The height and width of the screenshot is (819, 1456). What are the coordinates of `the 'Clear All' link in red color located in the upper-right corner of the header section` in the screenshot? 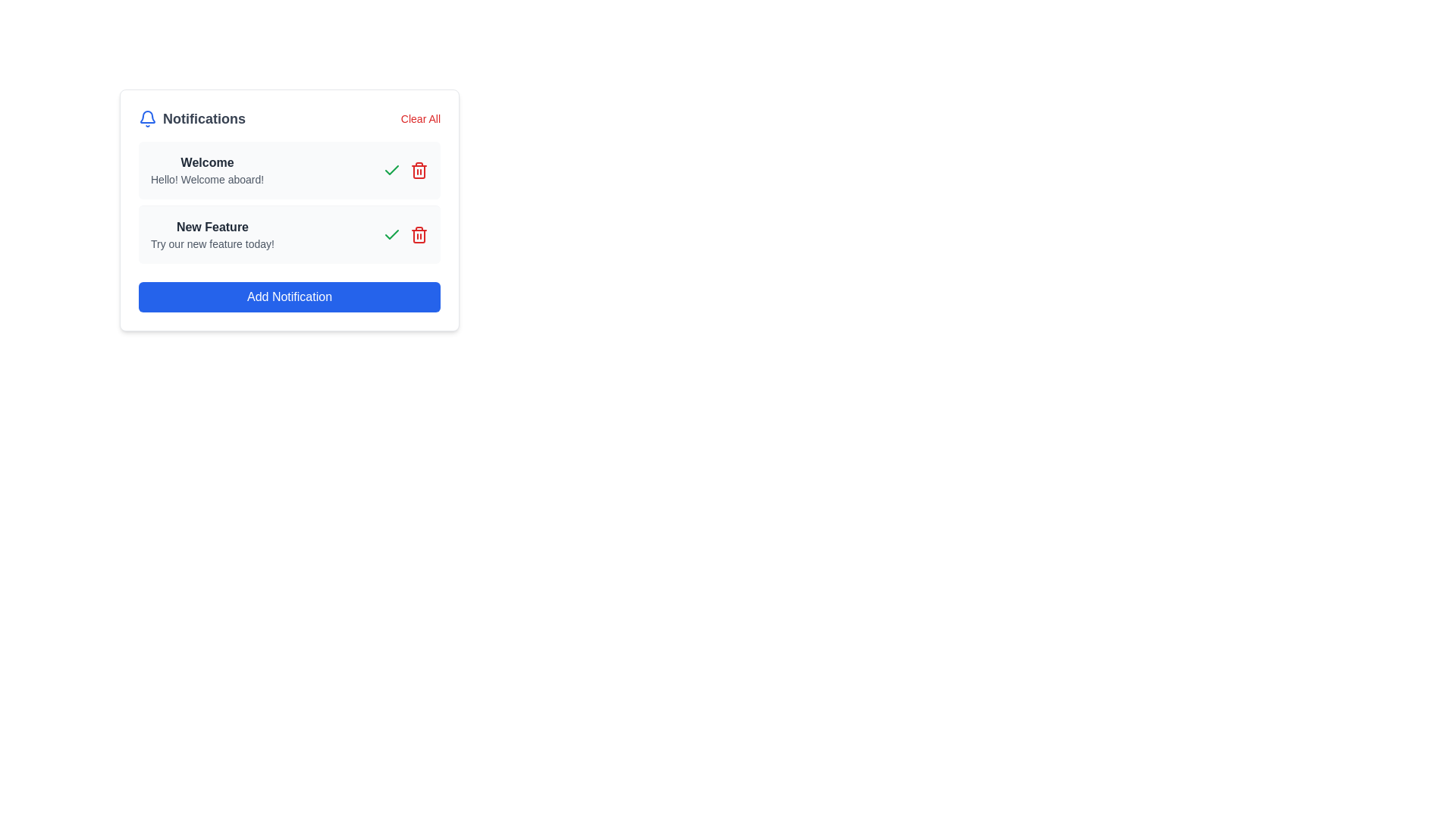 It's located at (420, 118).